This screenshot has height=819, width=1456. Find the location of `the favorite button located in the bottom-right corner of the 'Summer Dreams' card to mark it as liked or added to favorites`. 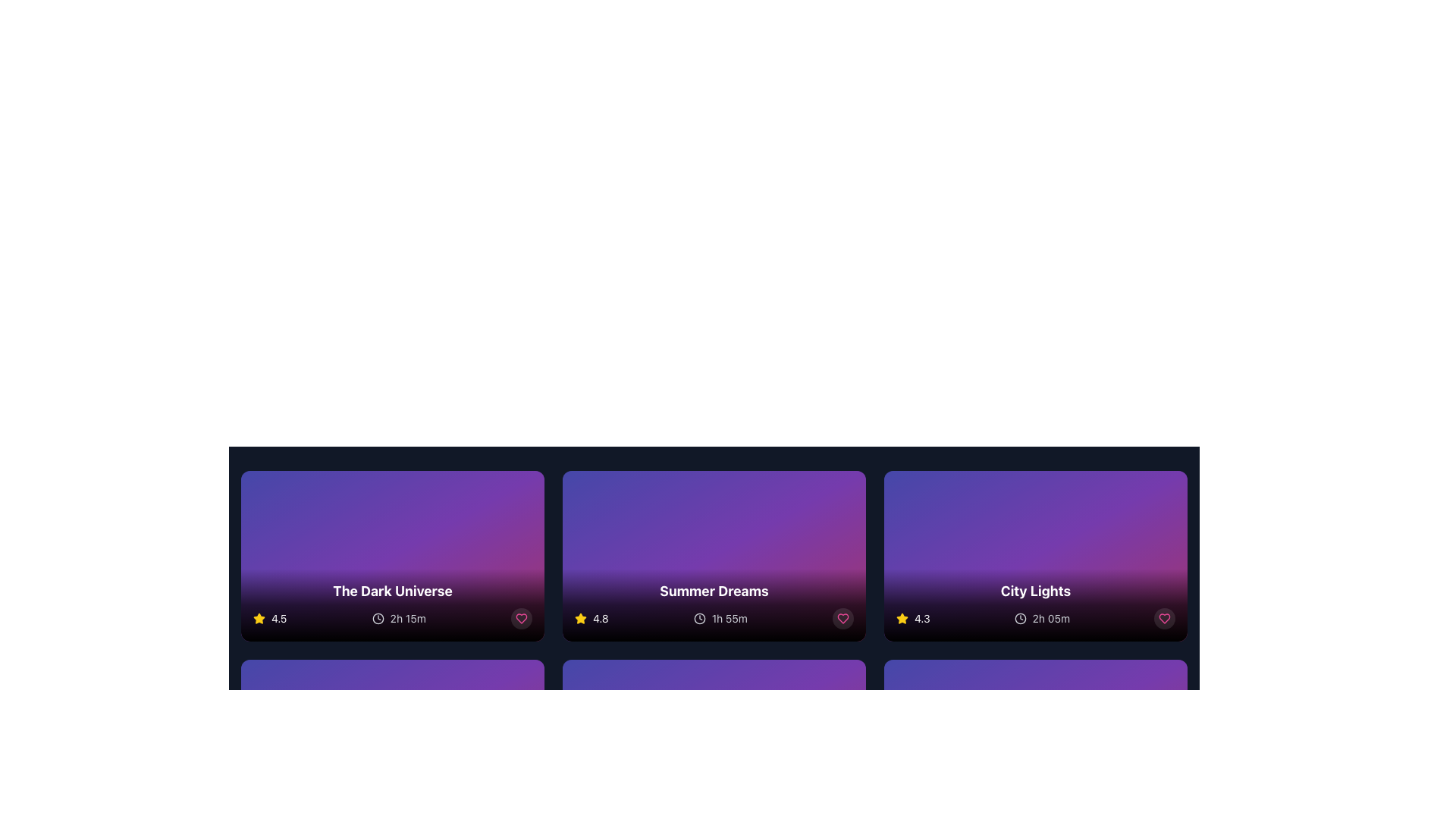

the favorite button located in the bottom-right corner of the 'Summer Dreams' card to mark it as liked or added to favorites is located at coordinates (843, 619).